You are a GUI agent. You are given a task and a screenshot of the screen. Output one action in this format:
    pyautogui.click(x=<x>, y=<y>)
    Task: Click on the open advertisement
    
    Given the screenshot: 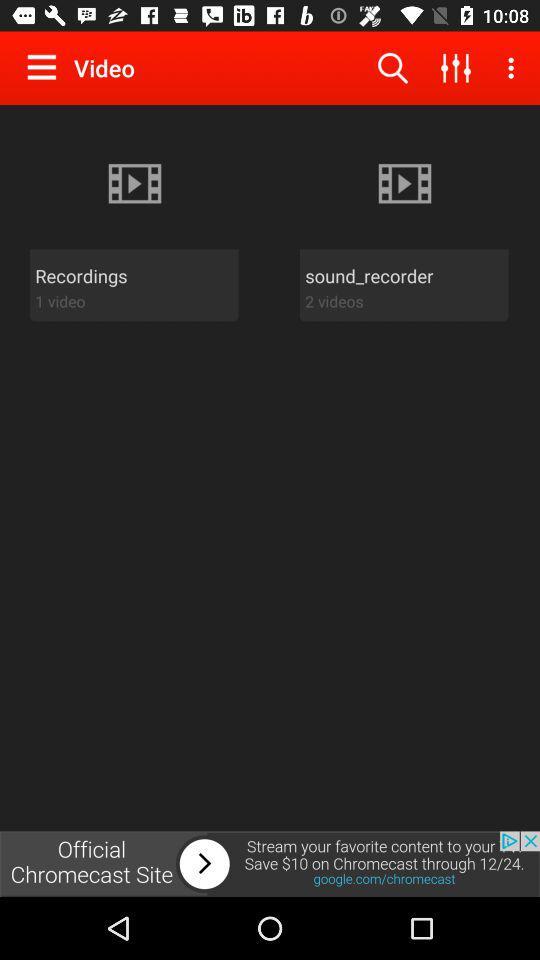 What is the action you would take?
    pyautogui.click(x=270, y=863)
    